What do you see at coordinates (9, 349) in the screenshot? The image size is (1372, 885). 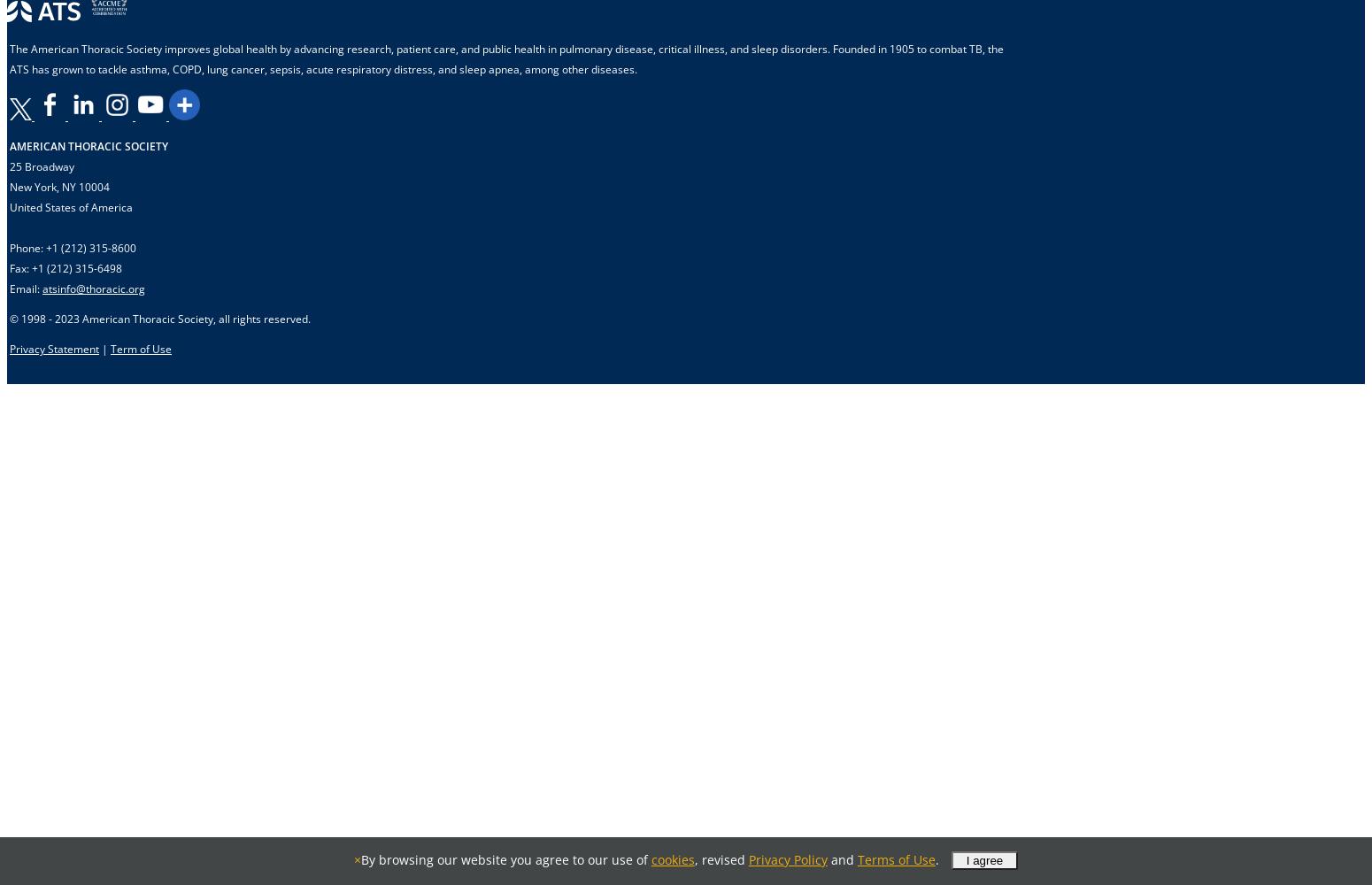 I see `'Privacy Statement'` at bounding box center [9, 349].